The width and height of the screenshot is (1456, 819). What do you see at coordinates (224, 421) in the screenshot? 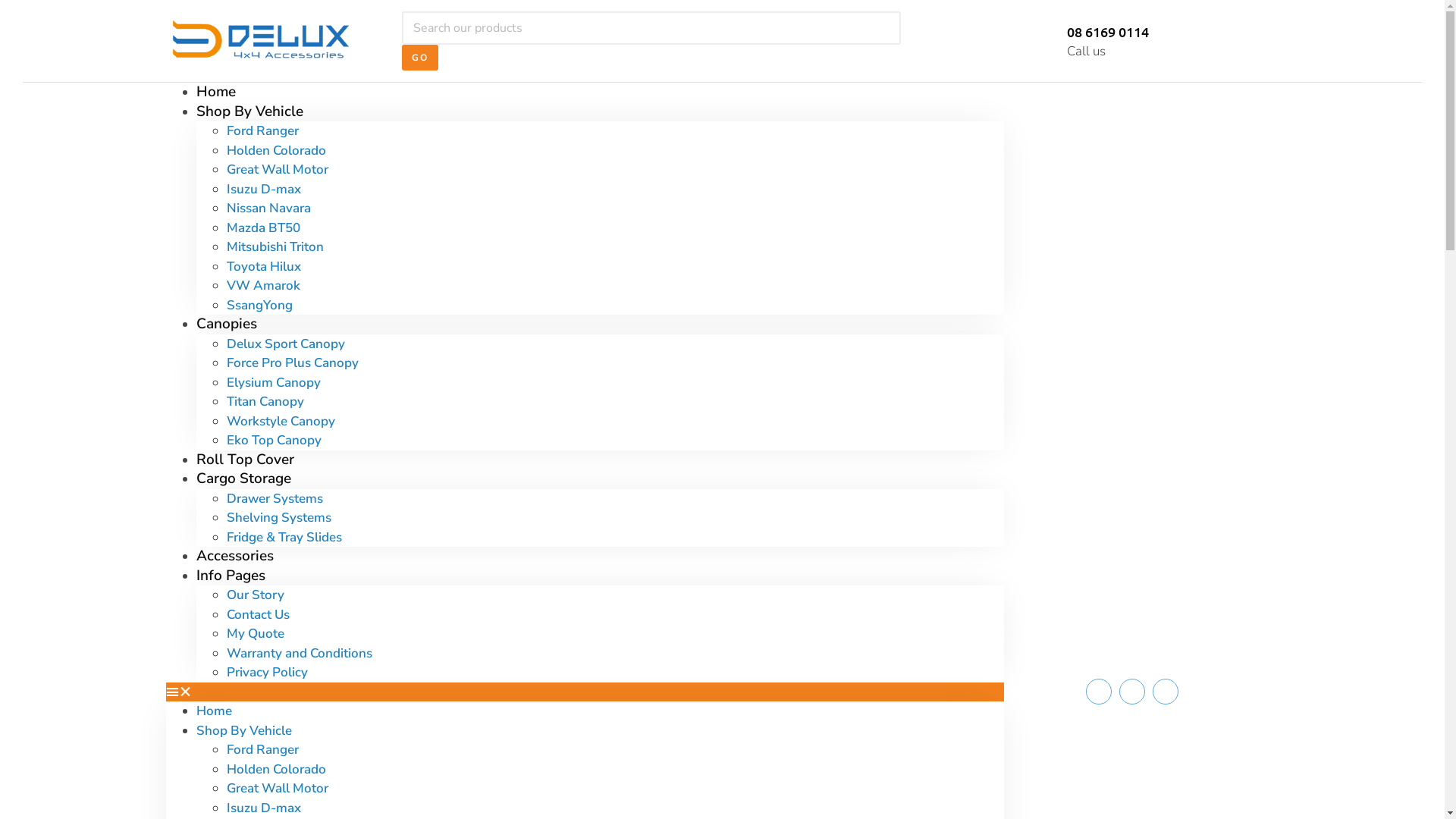
I see `'Workstyle Canopy'` at bounding box center [224, 421].